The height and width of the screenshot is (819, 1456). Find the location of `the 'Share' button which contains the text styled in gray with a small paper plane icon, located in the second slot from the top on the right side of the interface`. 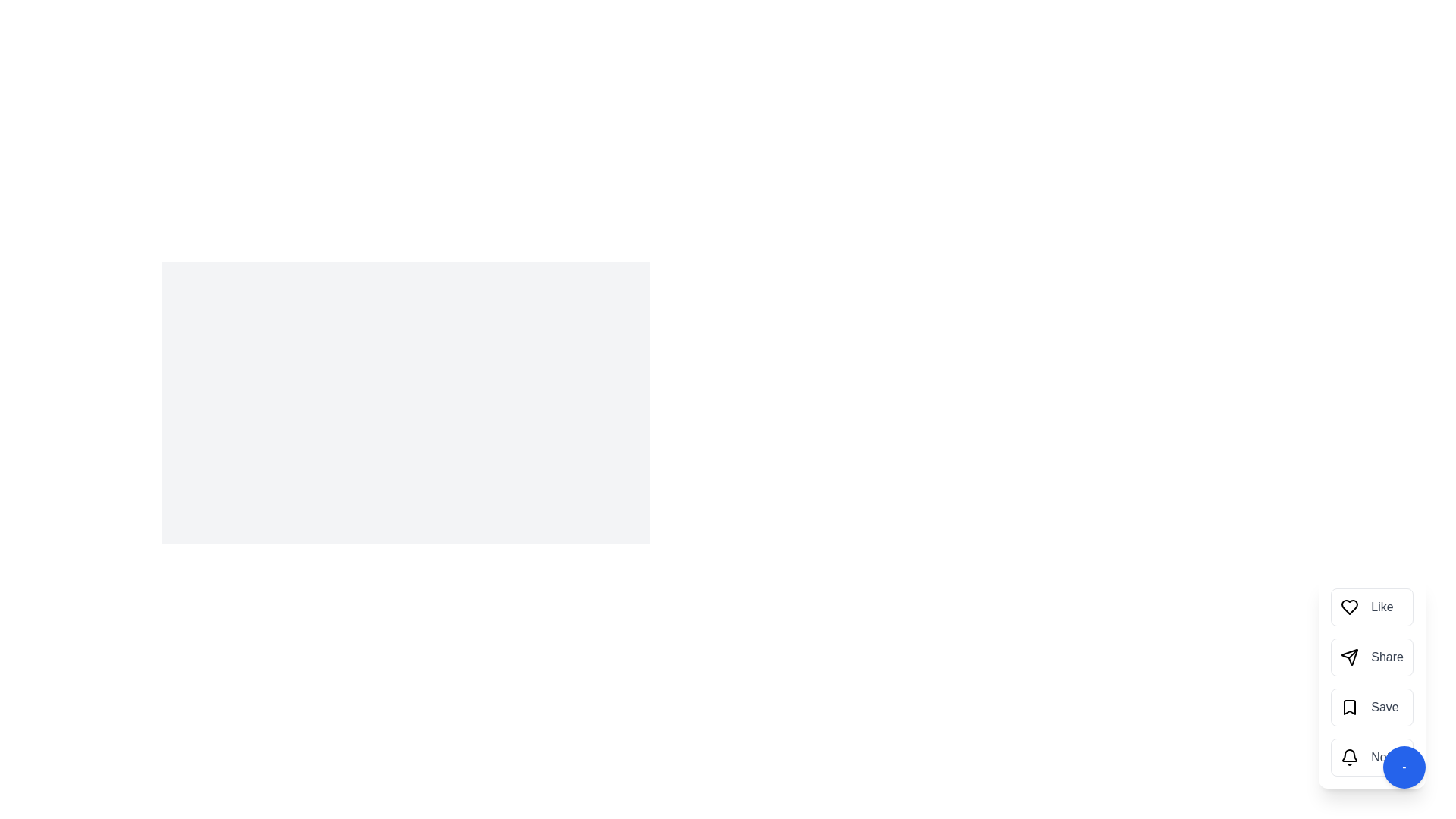

the 'Share' button which contains the text styled in gray with a small paper plane icon, located in the second slot from the top on the right side of the interface is located at coordinates (1387, 657).